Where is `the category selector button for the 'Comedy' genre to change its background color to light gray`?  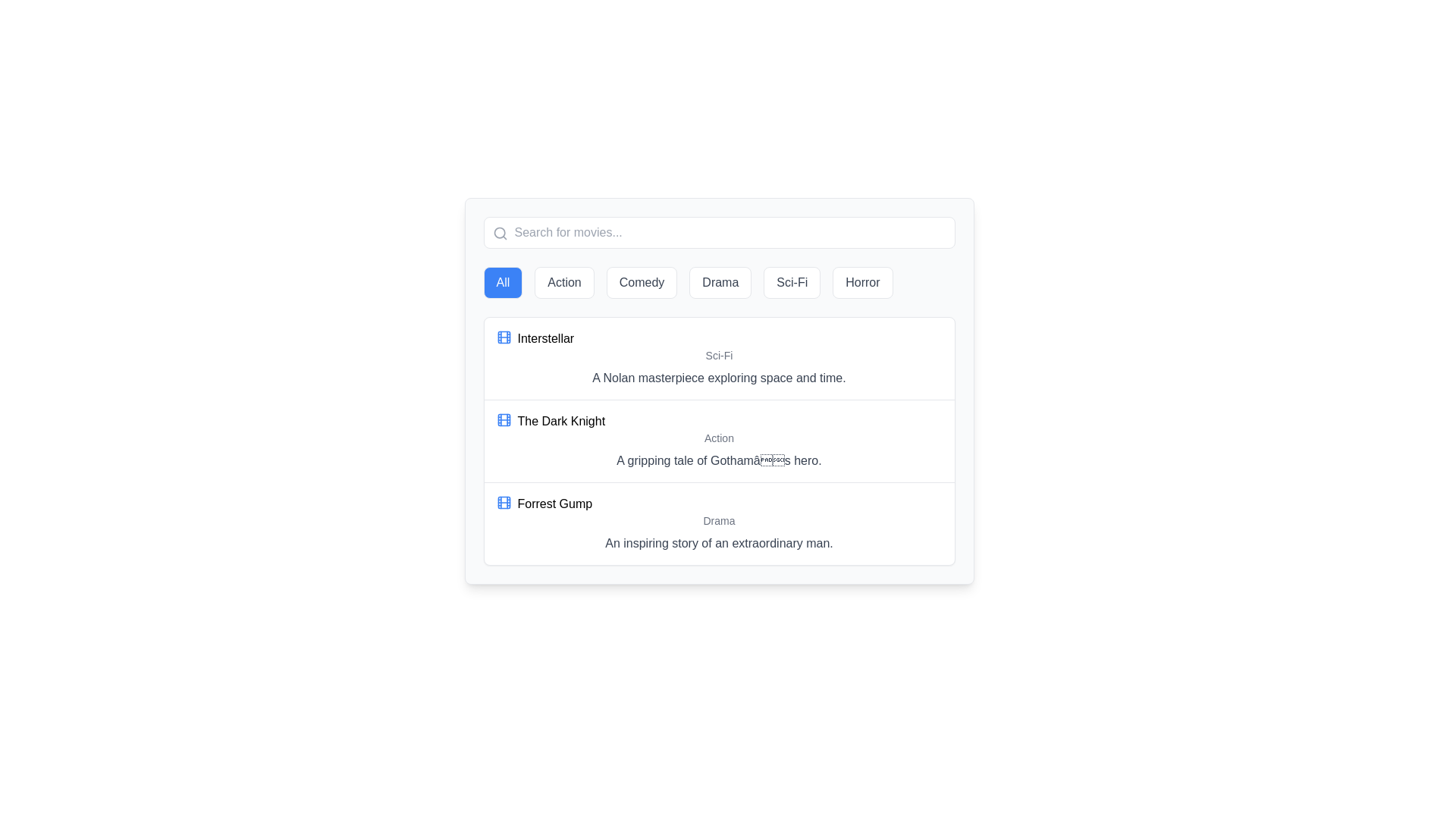
the category selector button for the 'Comedy' genre to change its background color to light gray is located at coordinates (642, 283).